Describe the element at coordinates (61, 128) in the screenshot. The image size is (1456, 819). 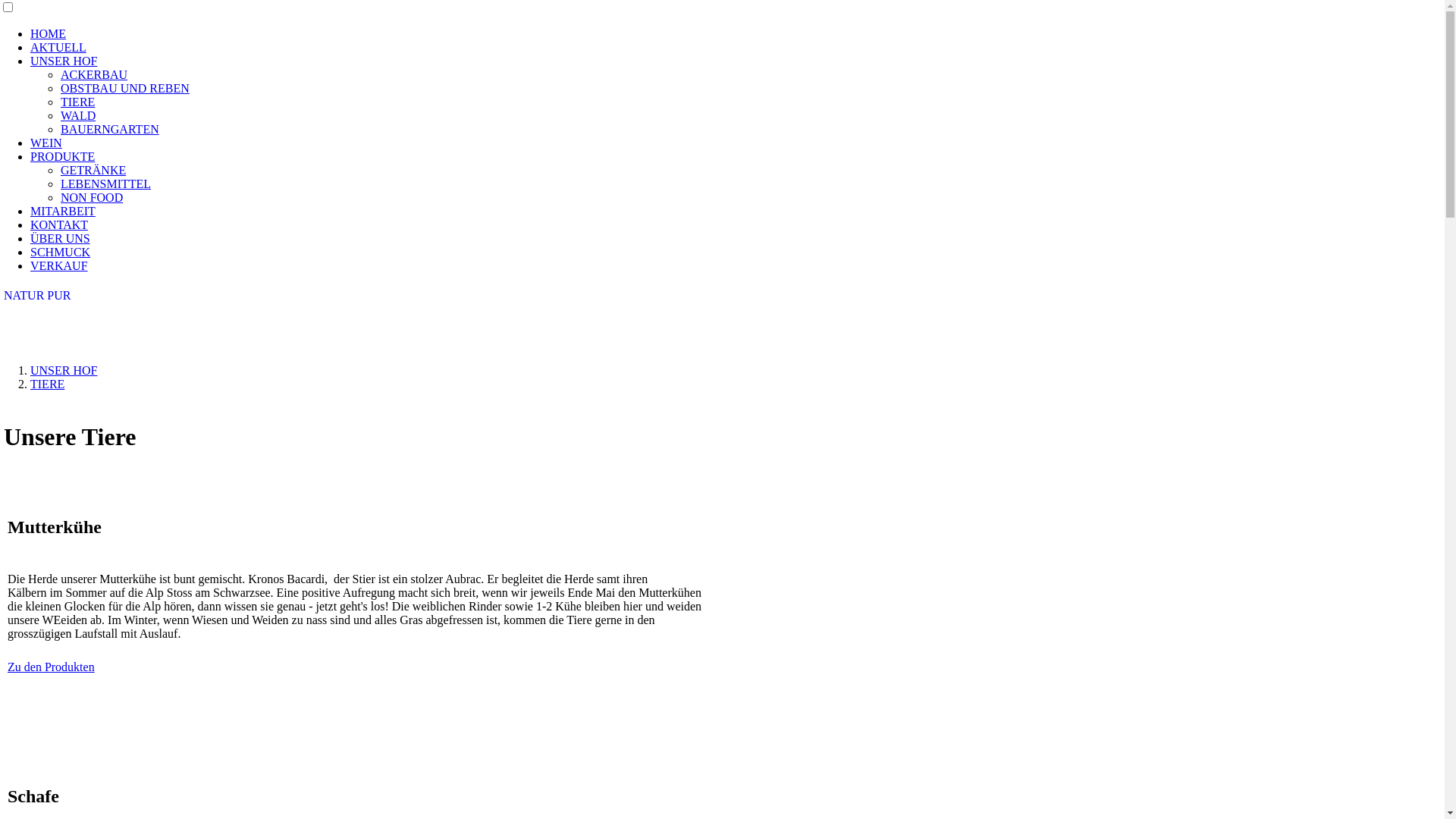
I see `'BAUERNGARTEN'` at that location.